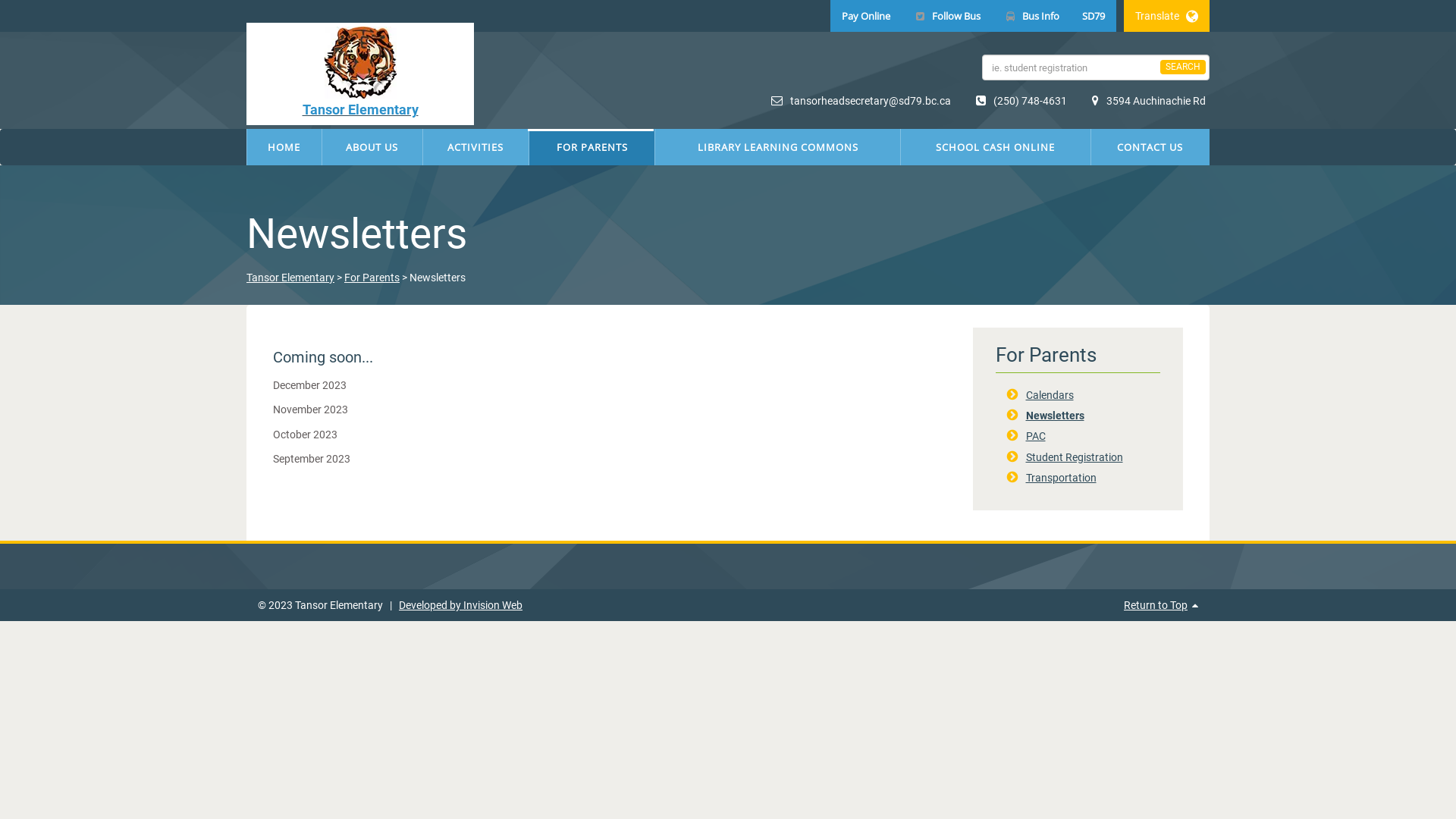 Image resolution: width=1456 pixels, height=819 pixels. I want to click on 'SCHOOL CASH ONLINE', so click(901, 146).